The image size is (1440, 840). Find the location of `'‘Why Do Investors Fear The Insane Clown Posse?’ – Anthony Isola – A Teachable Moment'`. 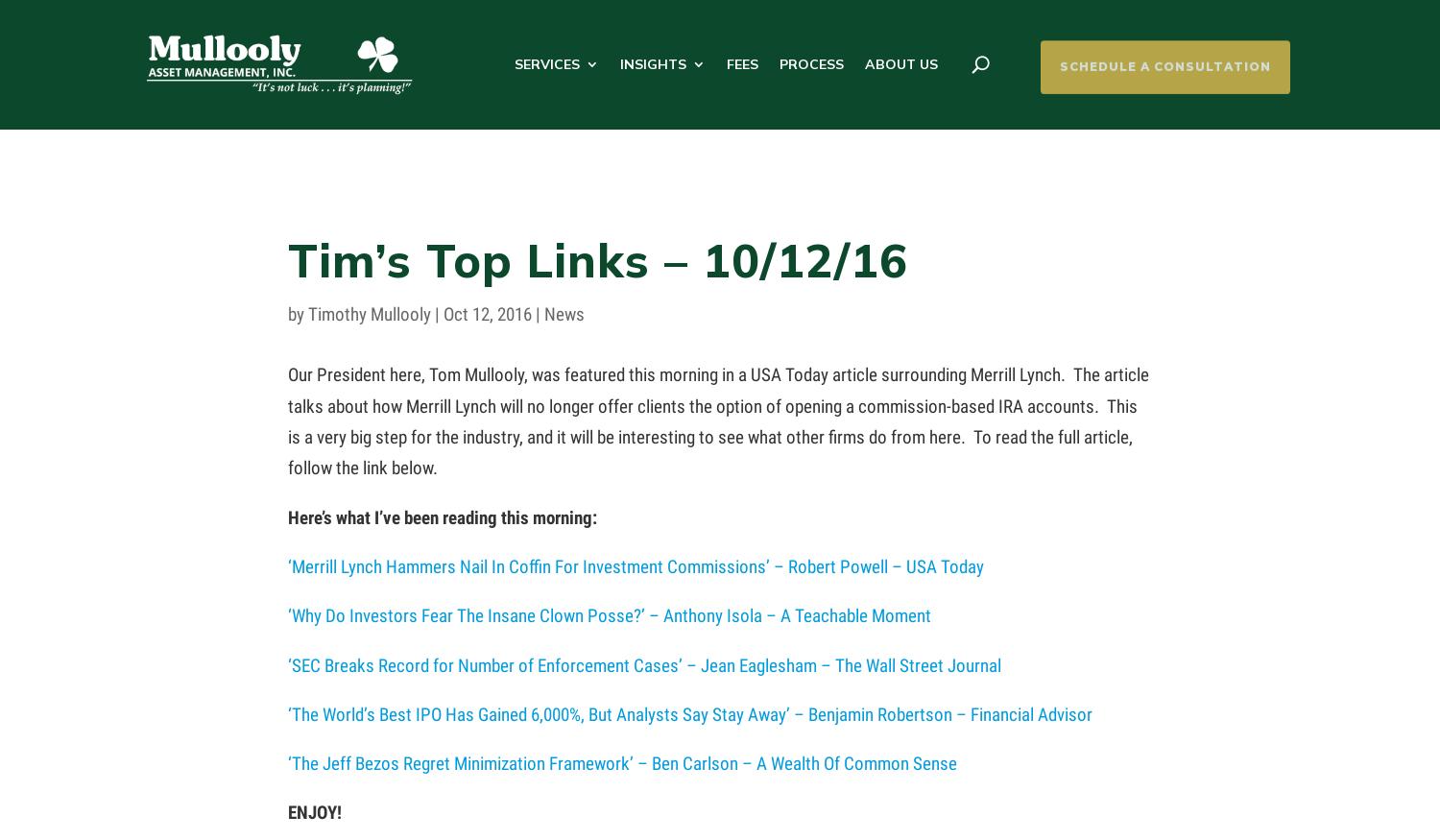

'‘Why Do Investors Fear The Insane Clown Posse?’ – Anthony Isola – A Teachable Moment' is located at coordinates (288, 614).